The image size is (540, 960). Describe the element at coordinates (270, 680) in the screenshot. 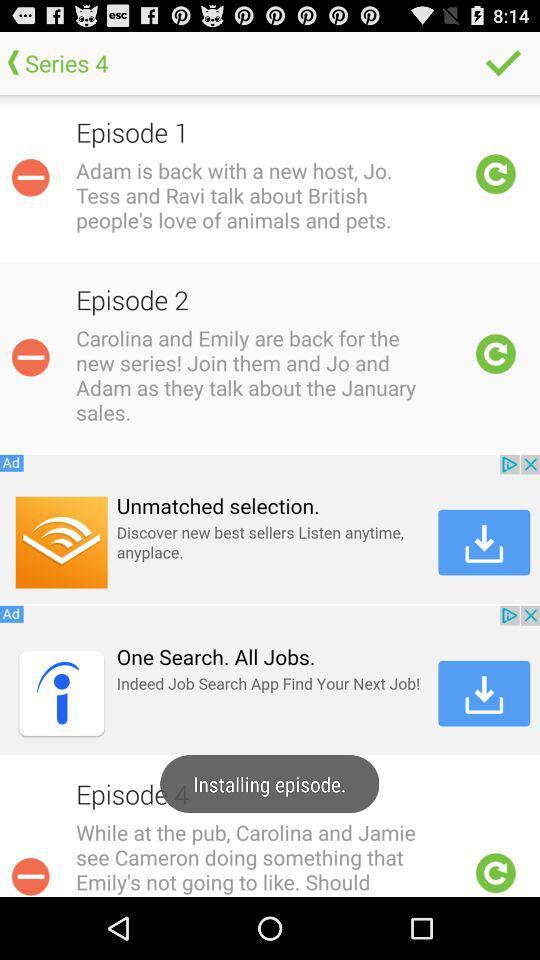

I see `download app of indeed` at that location.